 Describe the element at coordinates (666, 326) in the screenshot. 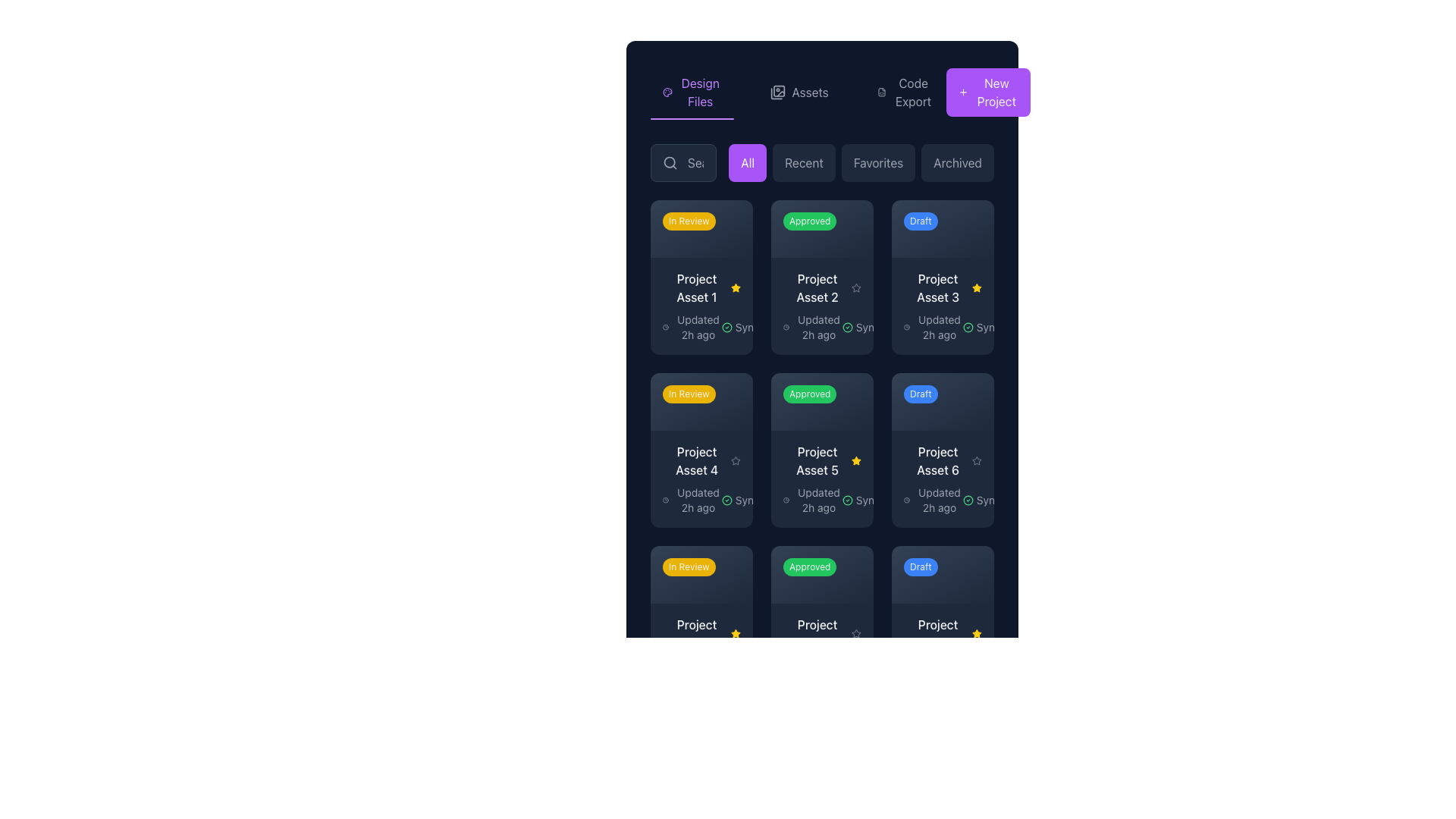

I see `the clock icon, which is a circular outline with clock hands, located to the left of the text 'Updated 2h ago' in the card element` at that location.